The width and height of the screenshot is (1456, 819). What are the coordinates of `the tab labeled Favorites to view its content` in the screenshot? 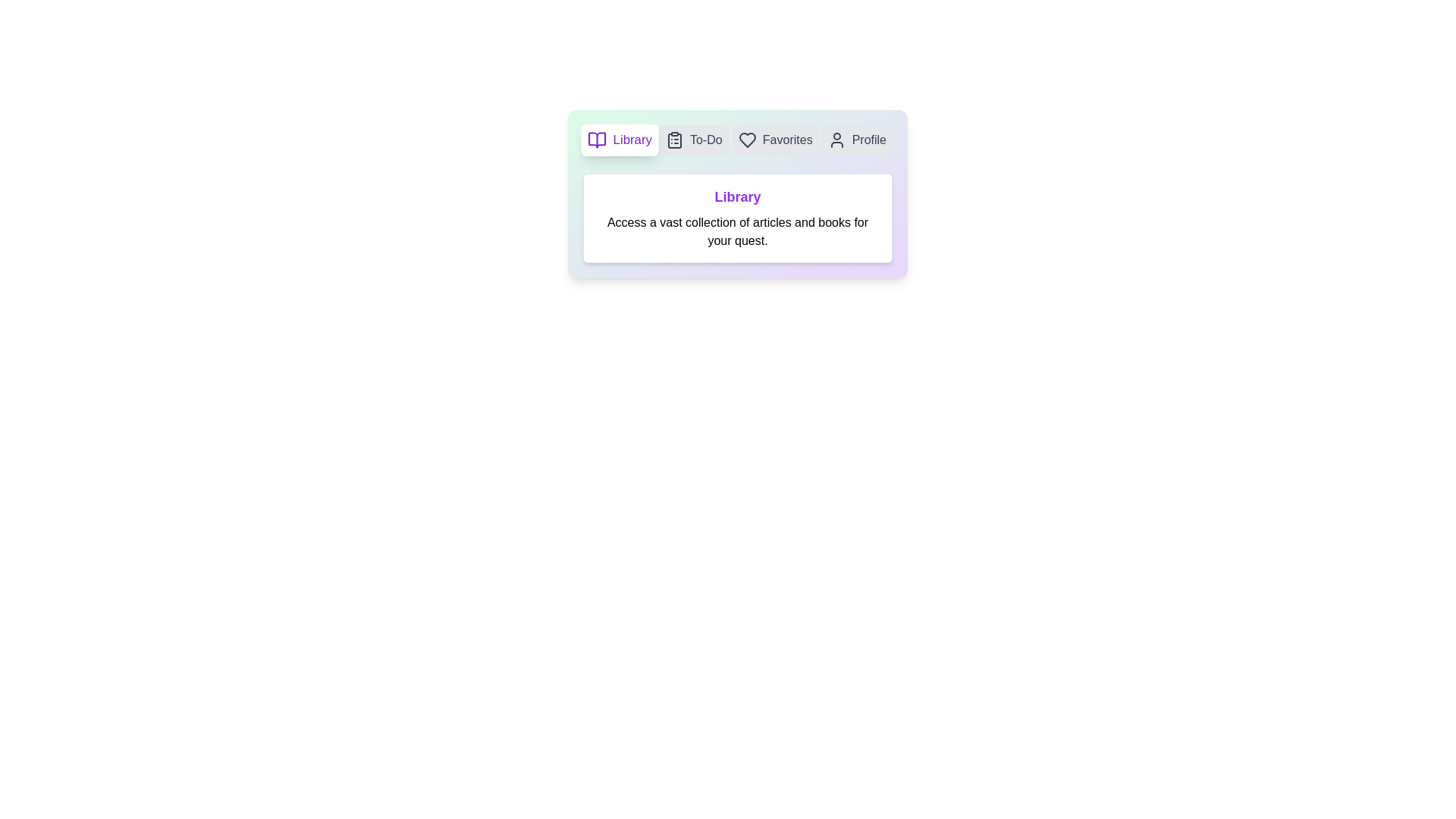 It's located at (775, 140).